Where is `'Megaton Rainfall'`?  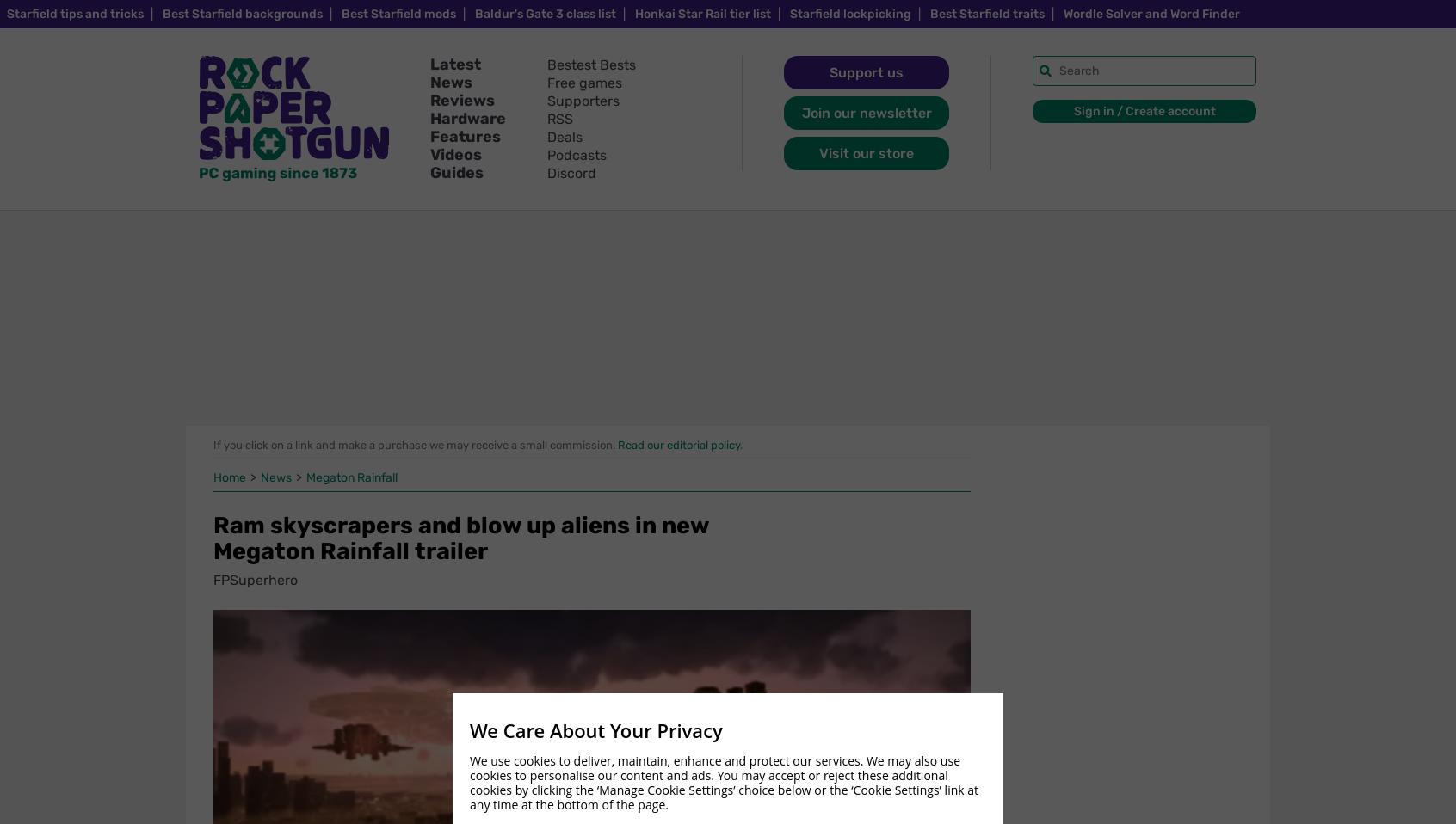 'Megaton Rainfall' is located at coordinates (351, 477).